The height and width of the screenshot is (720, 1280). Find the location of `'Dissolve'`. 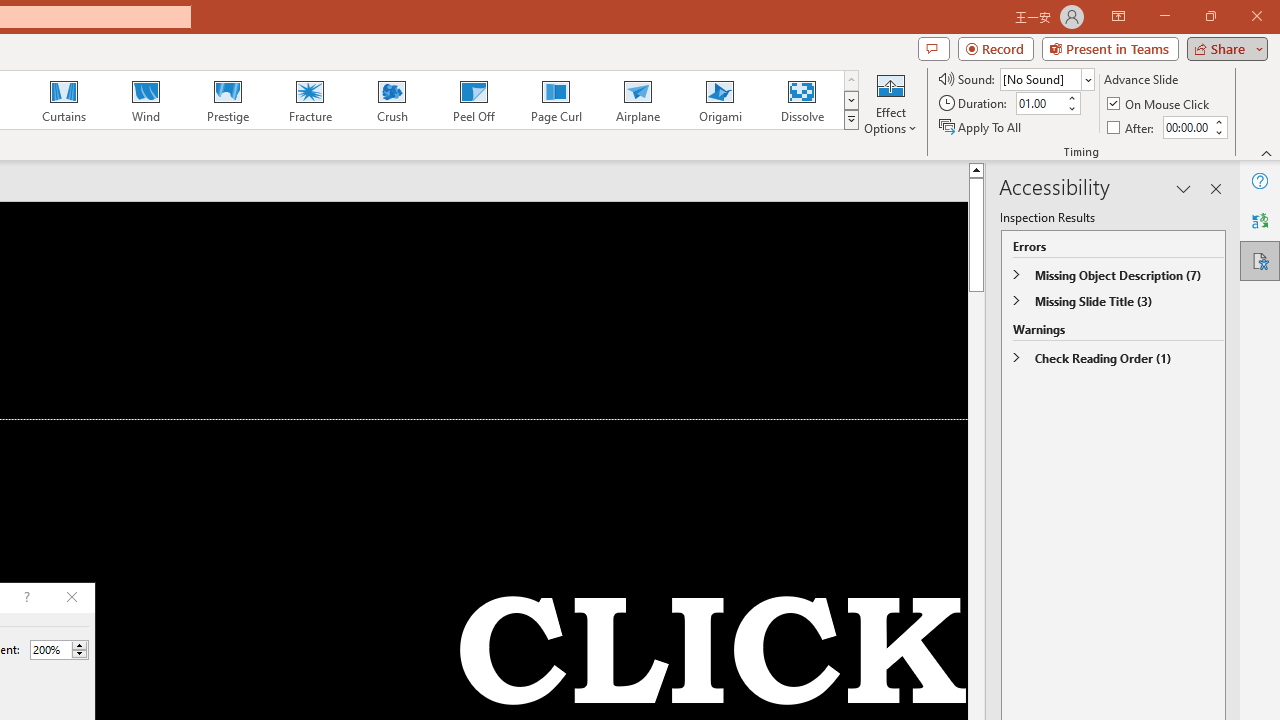

'Dissolve' is located at coordinates (802, 100).